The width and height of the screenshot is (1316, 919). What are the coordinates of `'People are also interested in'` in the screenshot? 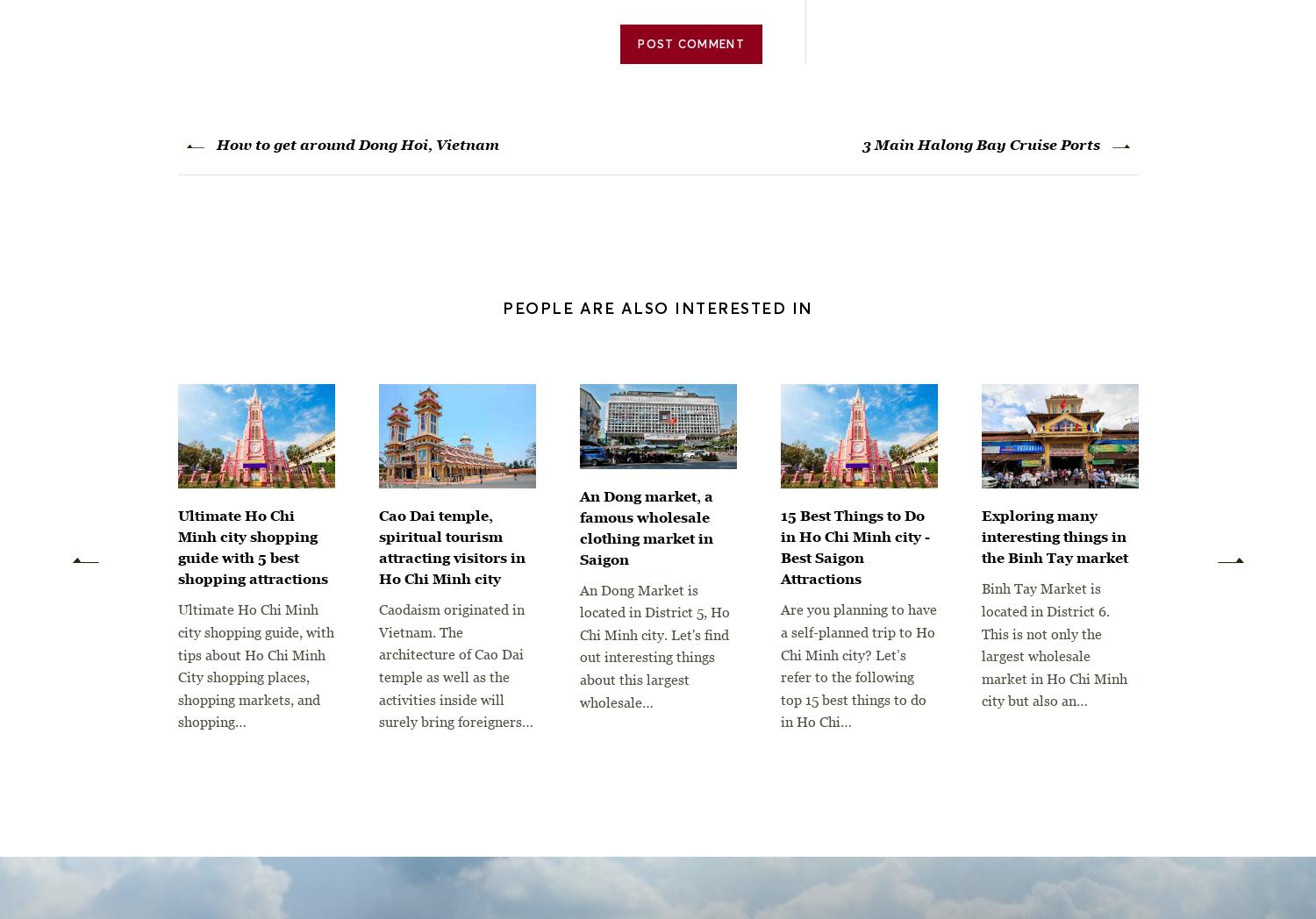 It's located at (656, 306).